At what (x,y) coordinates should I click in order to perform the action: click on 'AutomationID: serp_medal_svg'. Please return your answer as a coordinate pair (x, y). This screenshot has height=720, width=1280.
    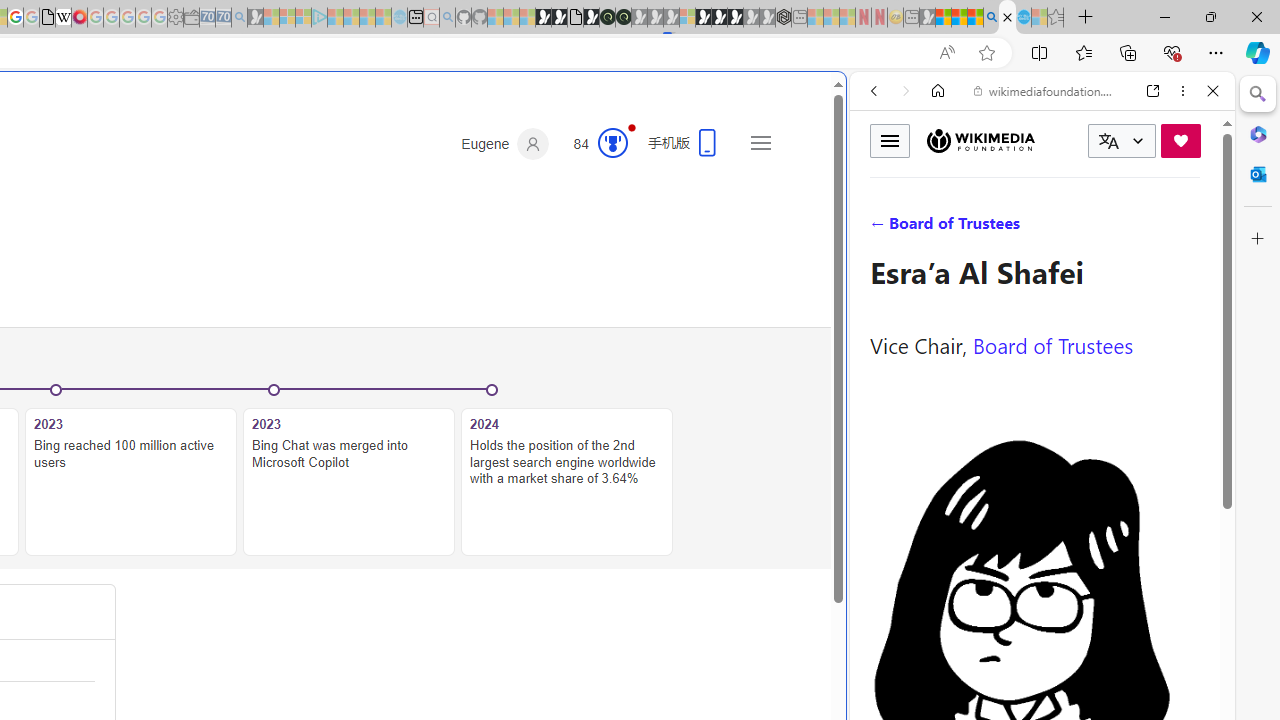
    Looking at the image, I should click on (611, 141).